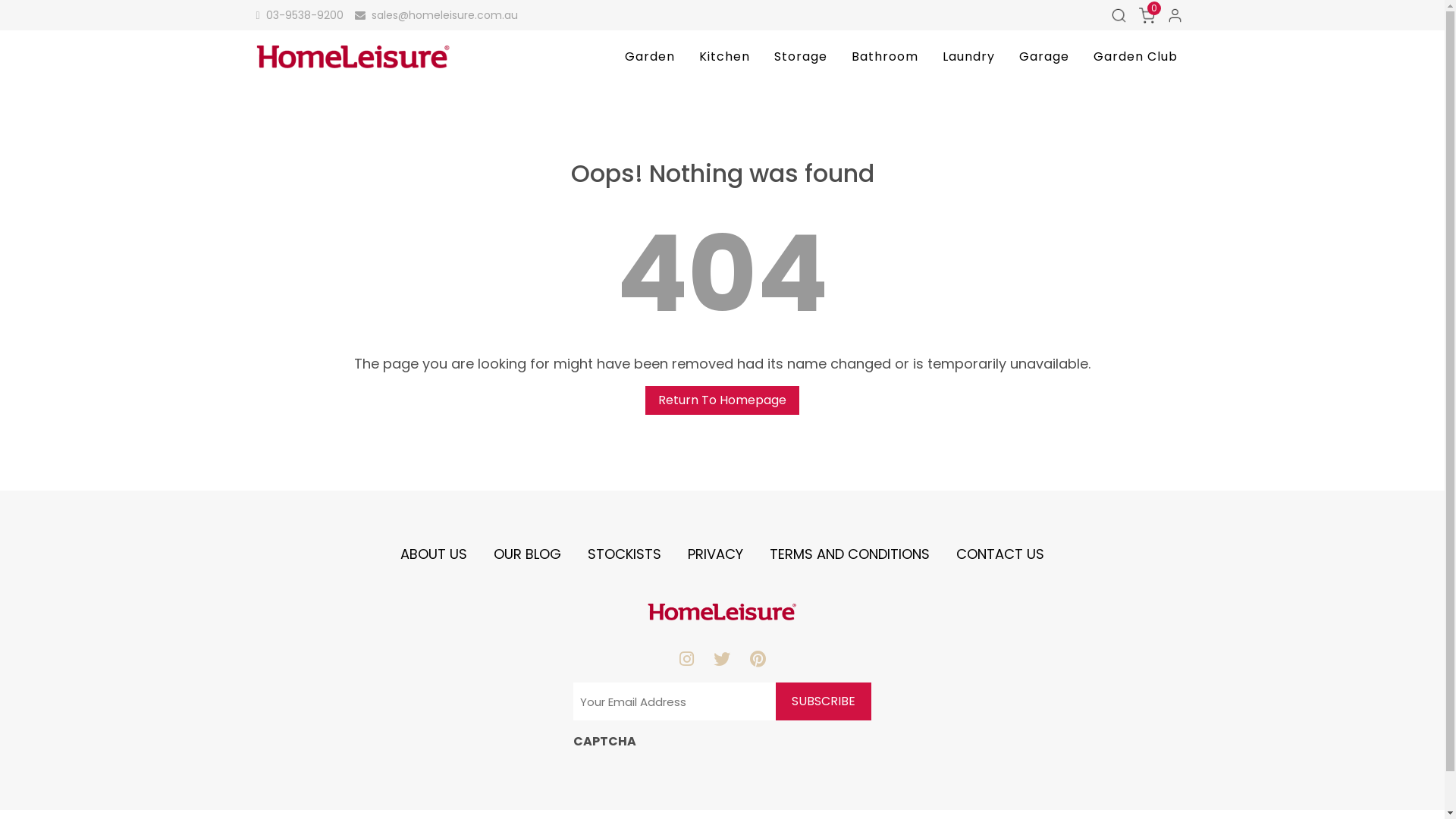 This screenshot has height=819, width=1456. I want to click on 'PRIVACY', so click(714, 554).